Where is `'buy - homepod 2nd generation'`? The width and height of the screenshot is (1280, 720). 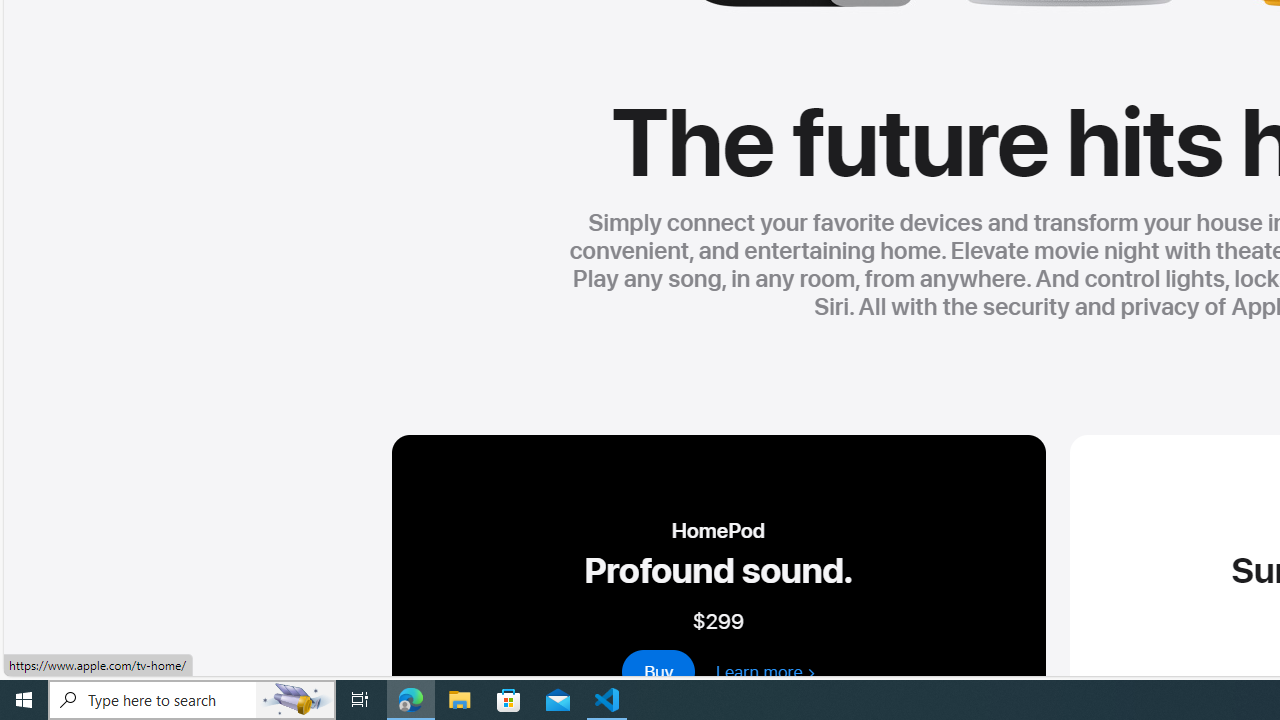
'buy - homepod 2nd generation' is located at coordinates (659, 671).